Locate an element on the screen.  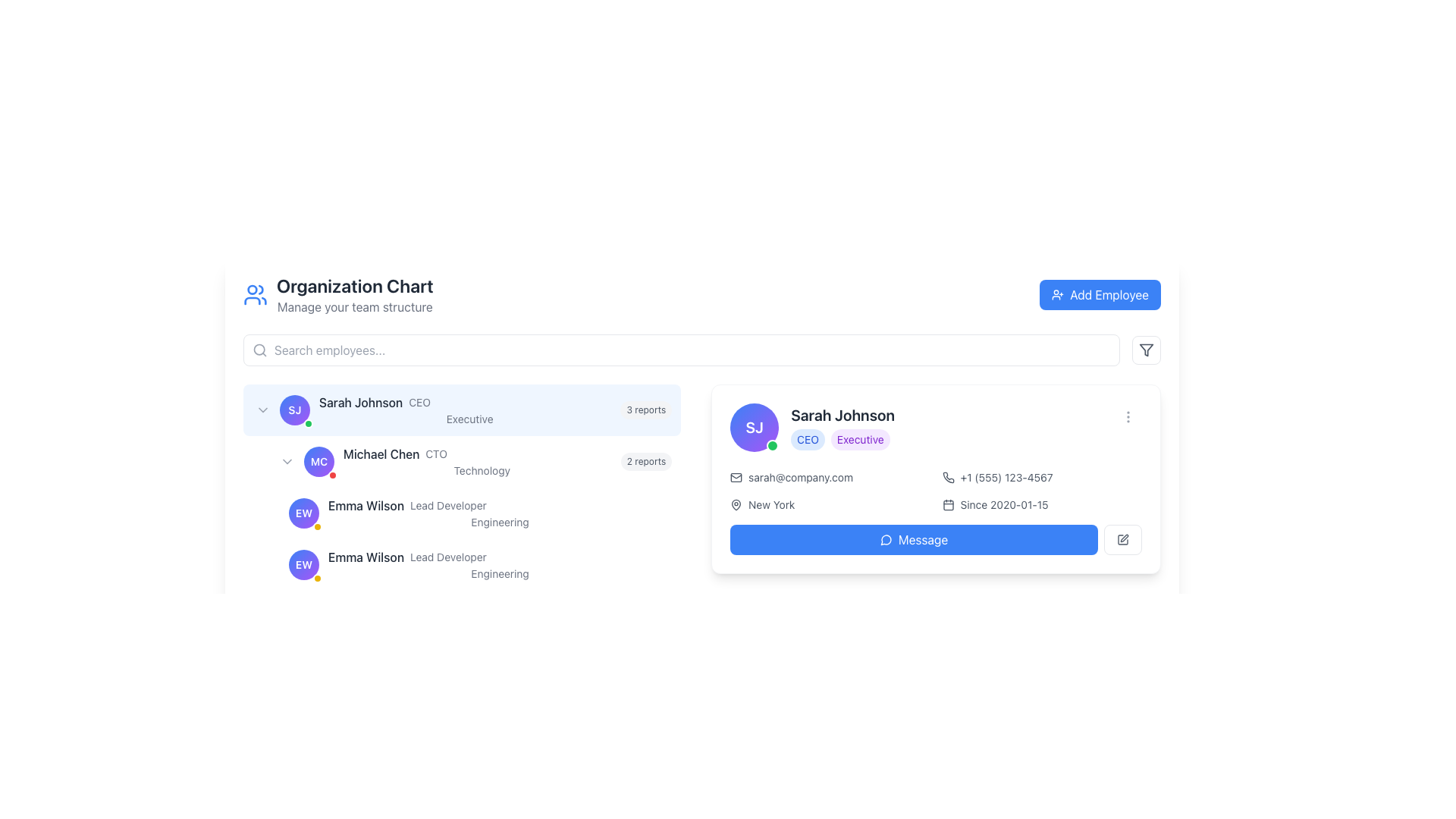
the button located in the bottom-right section of the user details card for visual feedback is located at coordinates (935, 539).